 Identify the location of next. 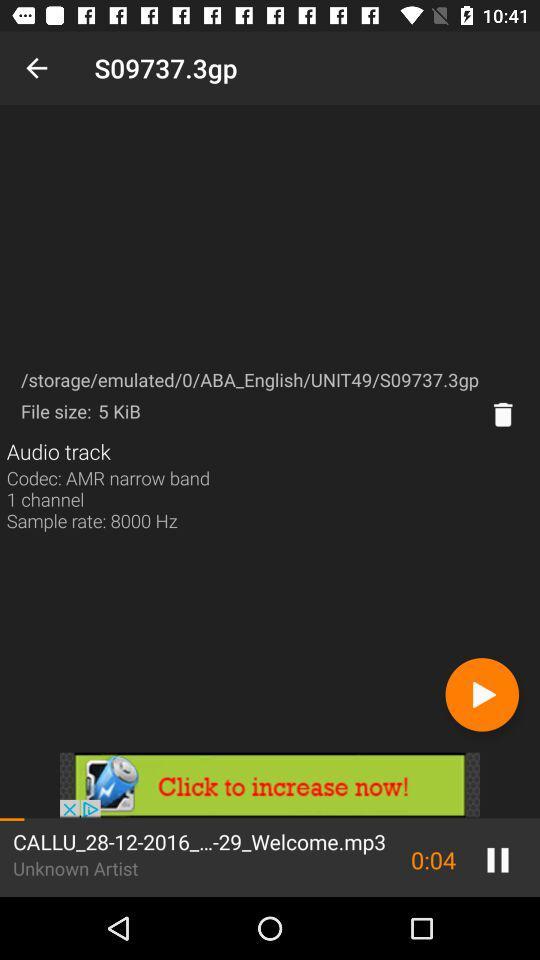
(481, 694).